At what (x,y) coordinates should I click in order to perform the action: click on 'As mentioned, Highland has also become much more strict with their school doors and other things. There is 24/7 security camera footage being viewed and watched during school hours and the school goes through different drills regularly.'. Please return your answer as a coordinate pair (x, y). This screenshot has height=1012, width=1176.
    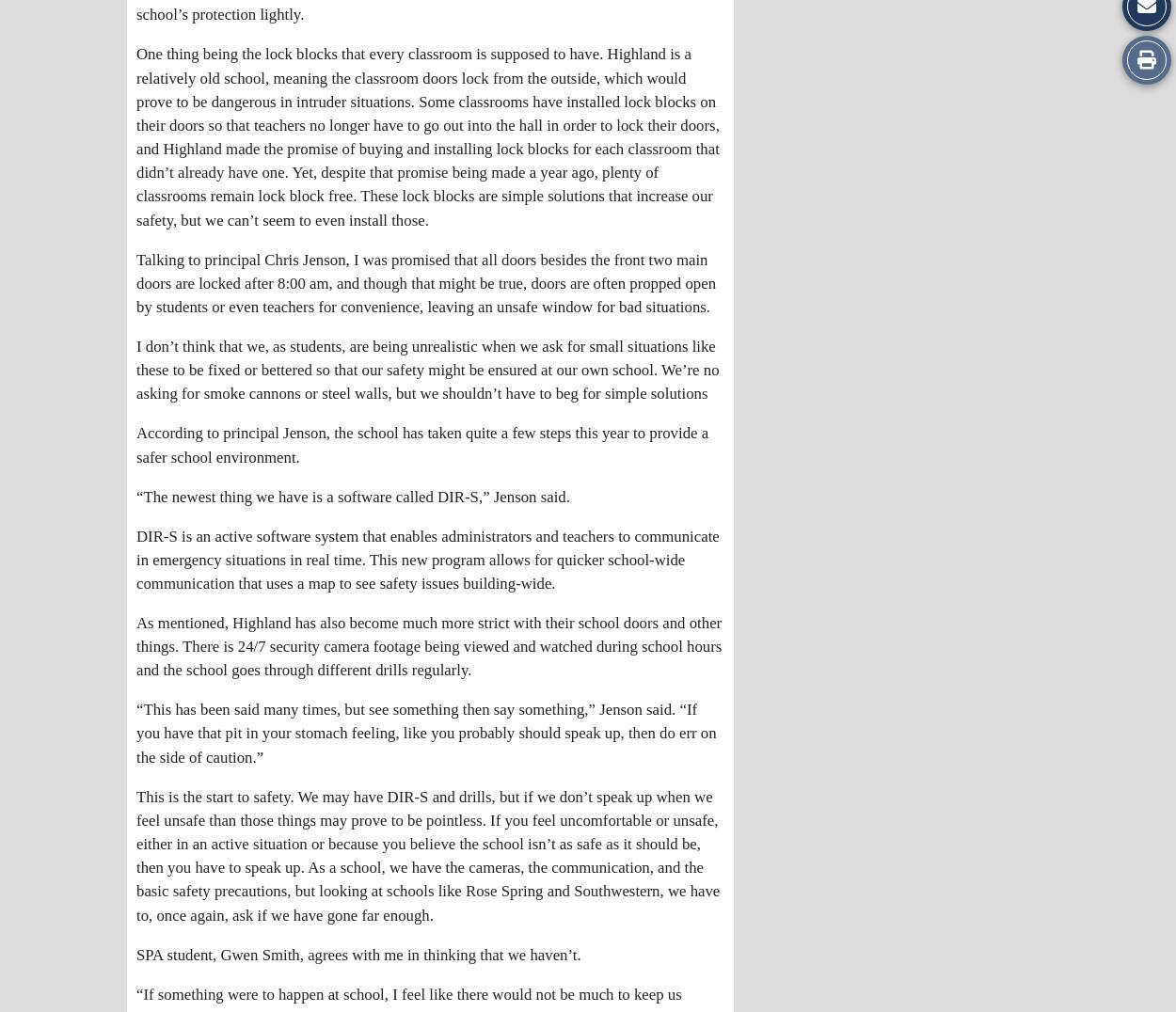
    Looking at the image, I should click on (428, 646).